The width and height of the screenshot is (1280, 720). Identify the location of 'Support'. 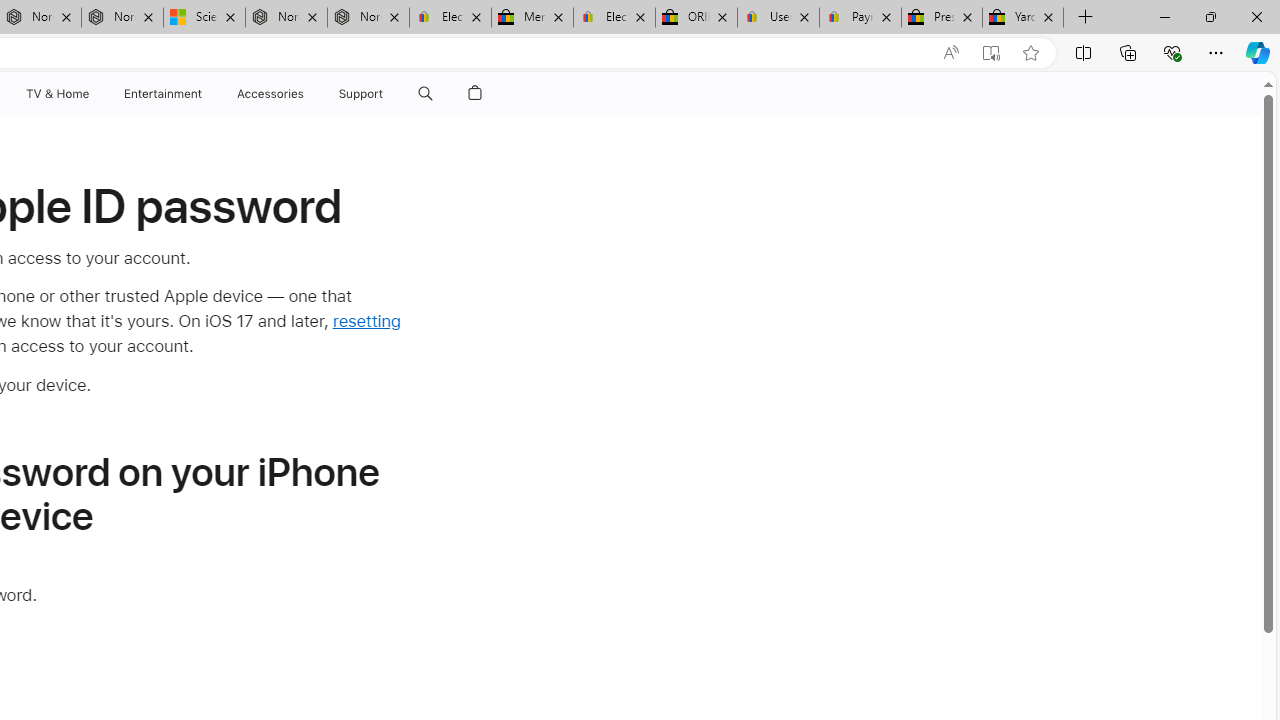
(361, 93).